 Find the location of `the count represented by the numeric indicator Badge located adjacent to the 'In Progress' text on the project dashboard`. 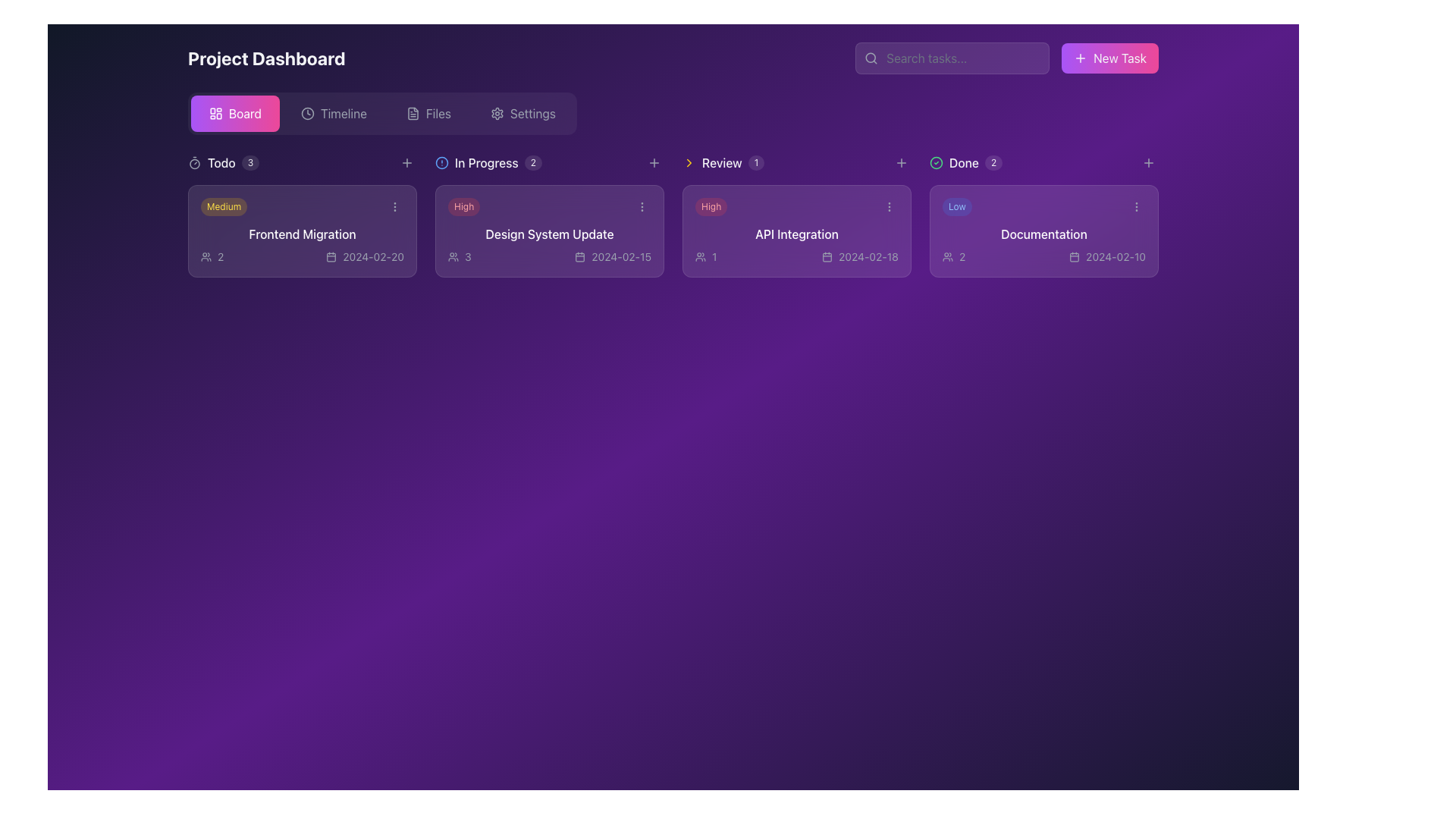

the count represented by the numeric indicator Badge located adjacent to the 'In Progress' text on the project dashboard is located at coordinates (533, 163).